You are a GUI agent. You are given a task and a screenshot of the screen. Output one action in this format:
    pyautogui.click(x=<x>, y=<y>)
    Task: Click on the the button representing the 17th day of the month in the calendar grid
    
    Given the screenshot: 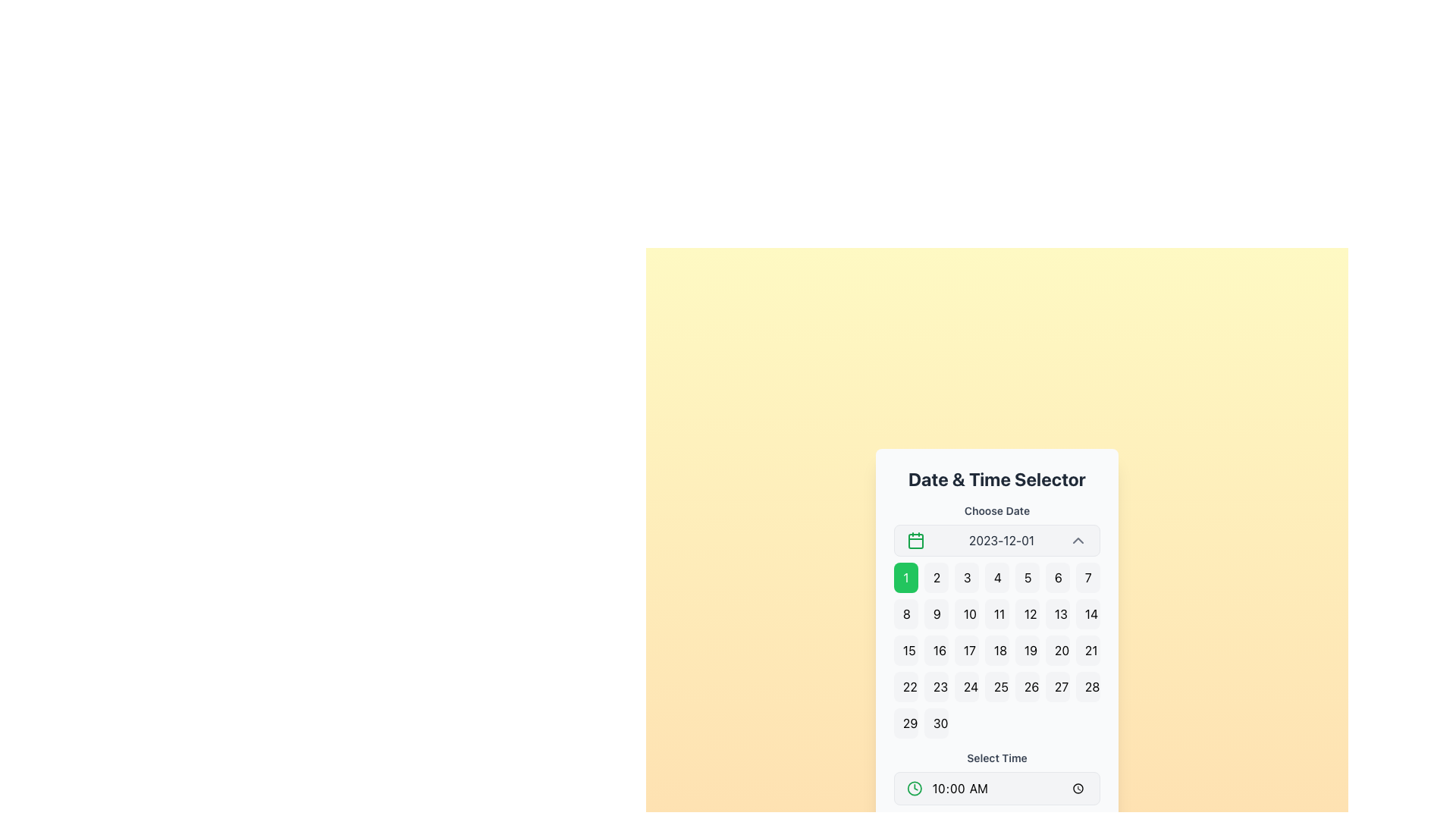 What is the action you would take?
    pyautogui.click(x=966, y=649)
    